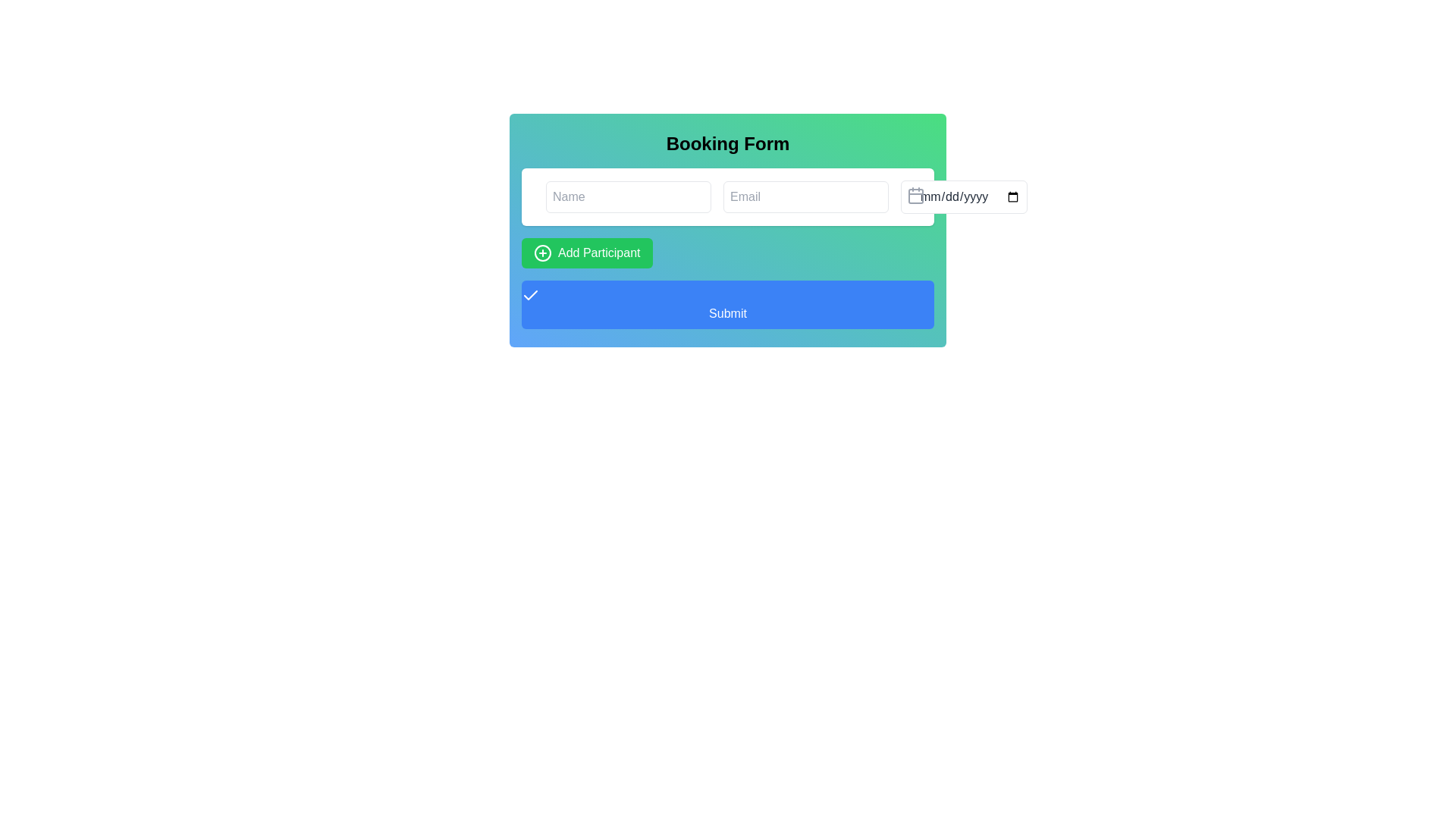  I want to click on a date from the calendar popup by clicking on the Date Input Field, which is the third field in the form, styled to accept a date value and featuring a calendar icon, so click(963, 196).